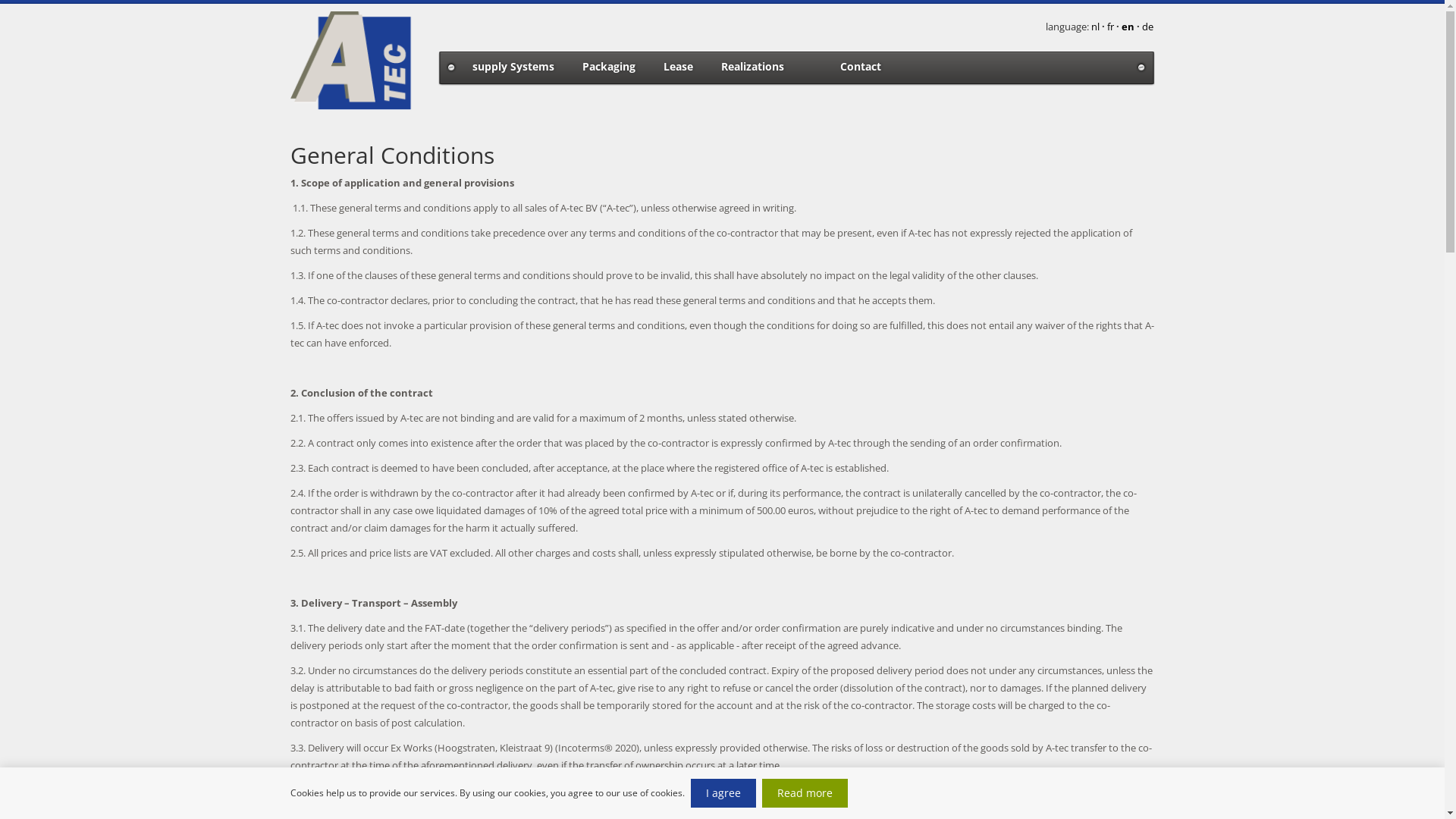 This screenshot has height=819, width=1456. I want to click on 'I agree', so click(722, 792).